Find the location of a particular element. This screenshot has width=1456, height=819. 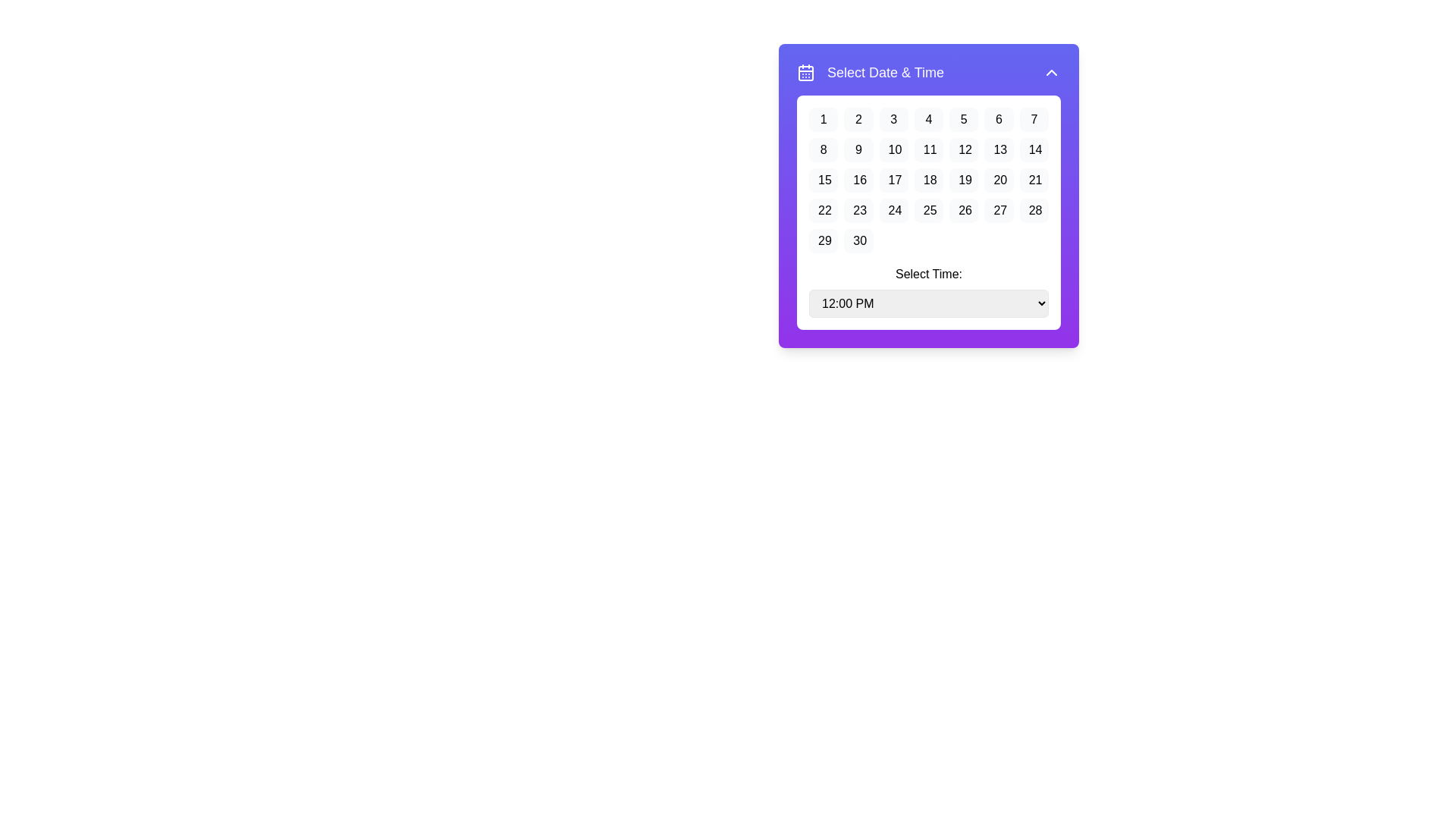

the rectangular button displaying the number '7' in black text on a light gray background within the 'Select Date & Time' modal is located at coordinates (1033, 119).